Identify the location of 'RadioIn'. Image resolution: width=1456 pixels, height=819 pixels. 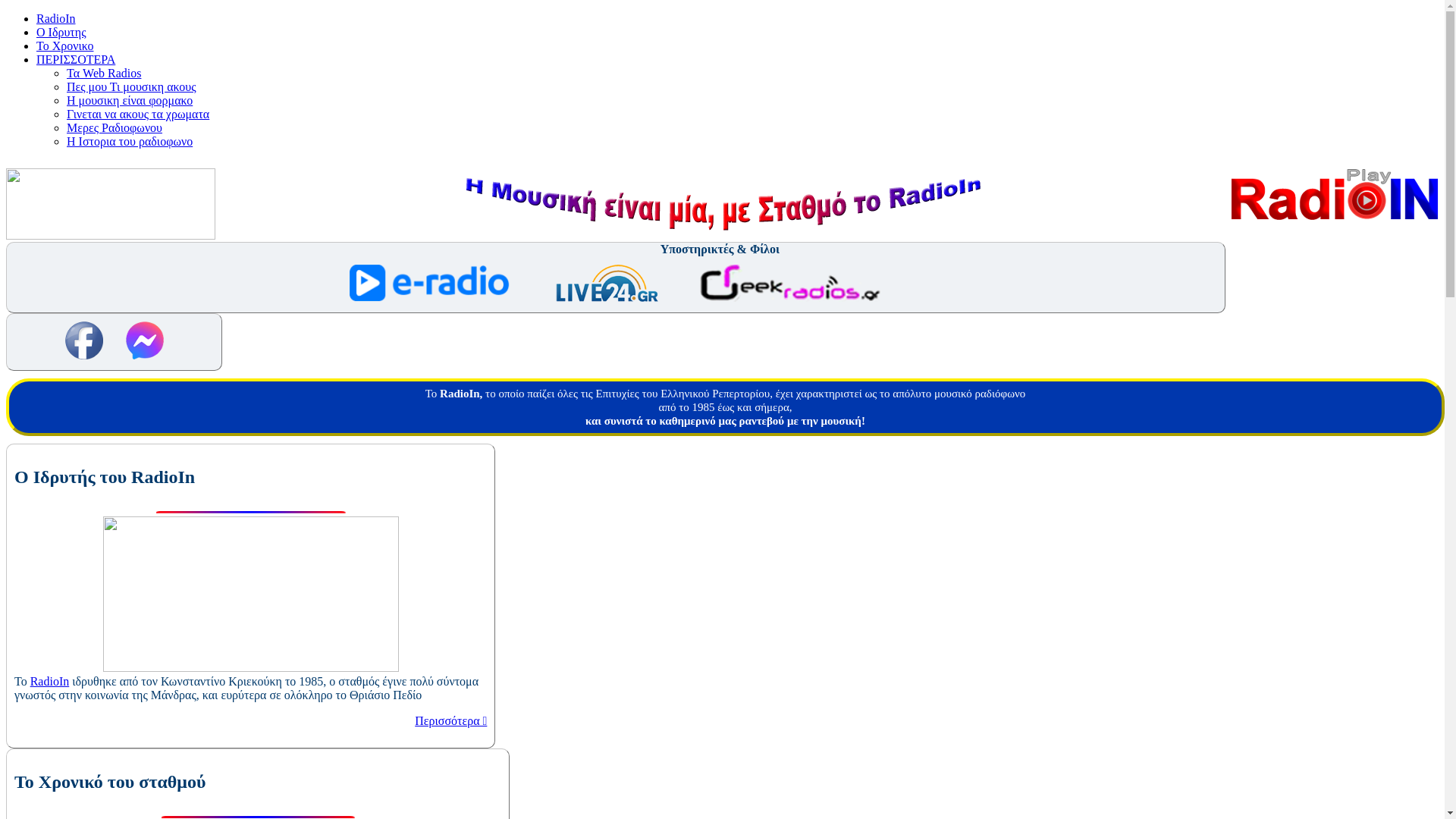
(50, 680).